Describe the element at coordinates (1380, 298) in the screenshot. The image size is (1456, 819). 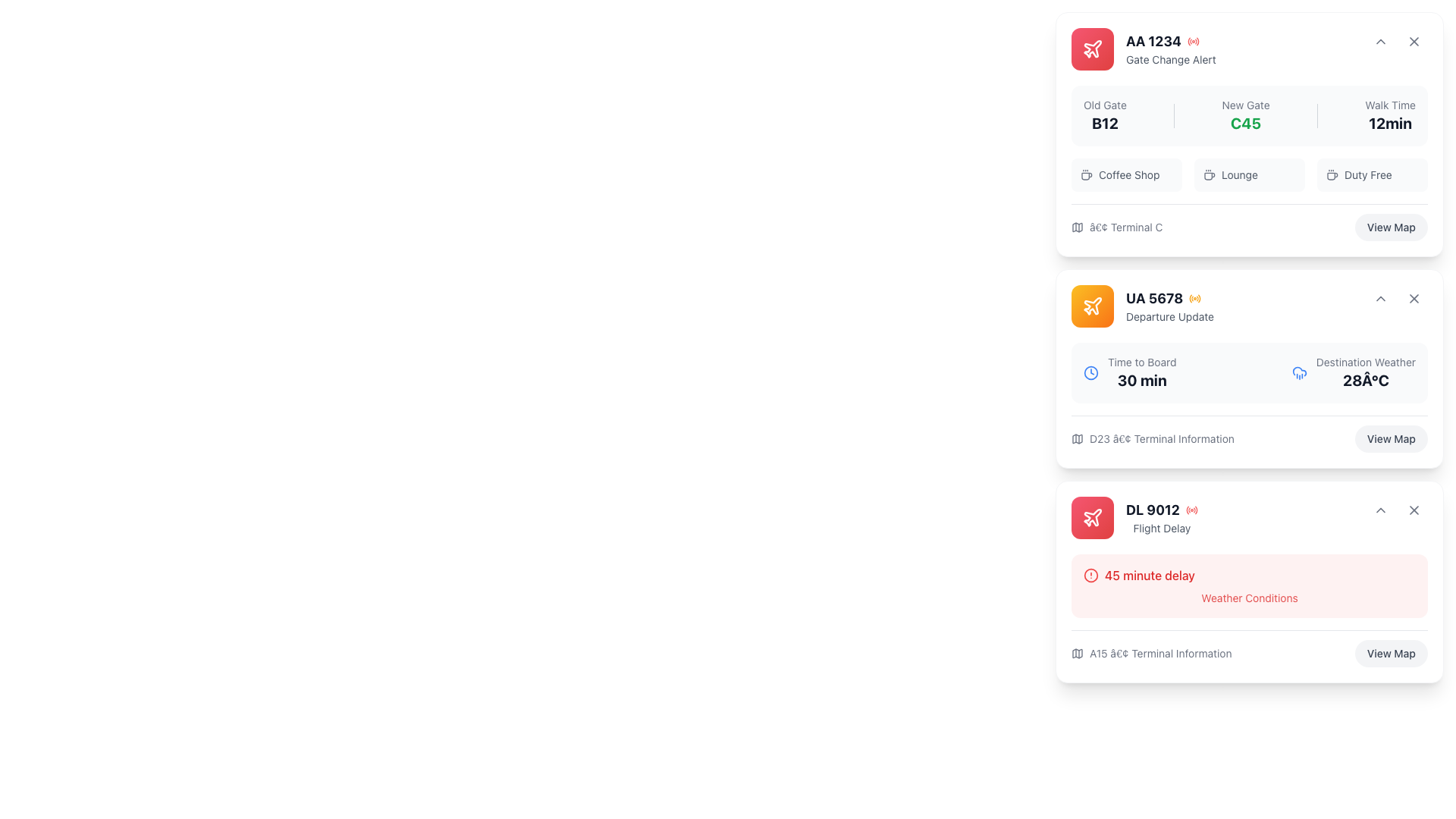
I see `the toggle icon located in the top-right corner of the 'UA 5678 Departure Update' card` at that location.